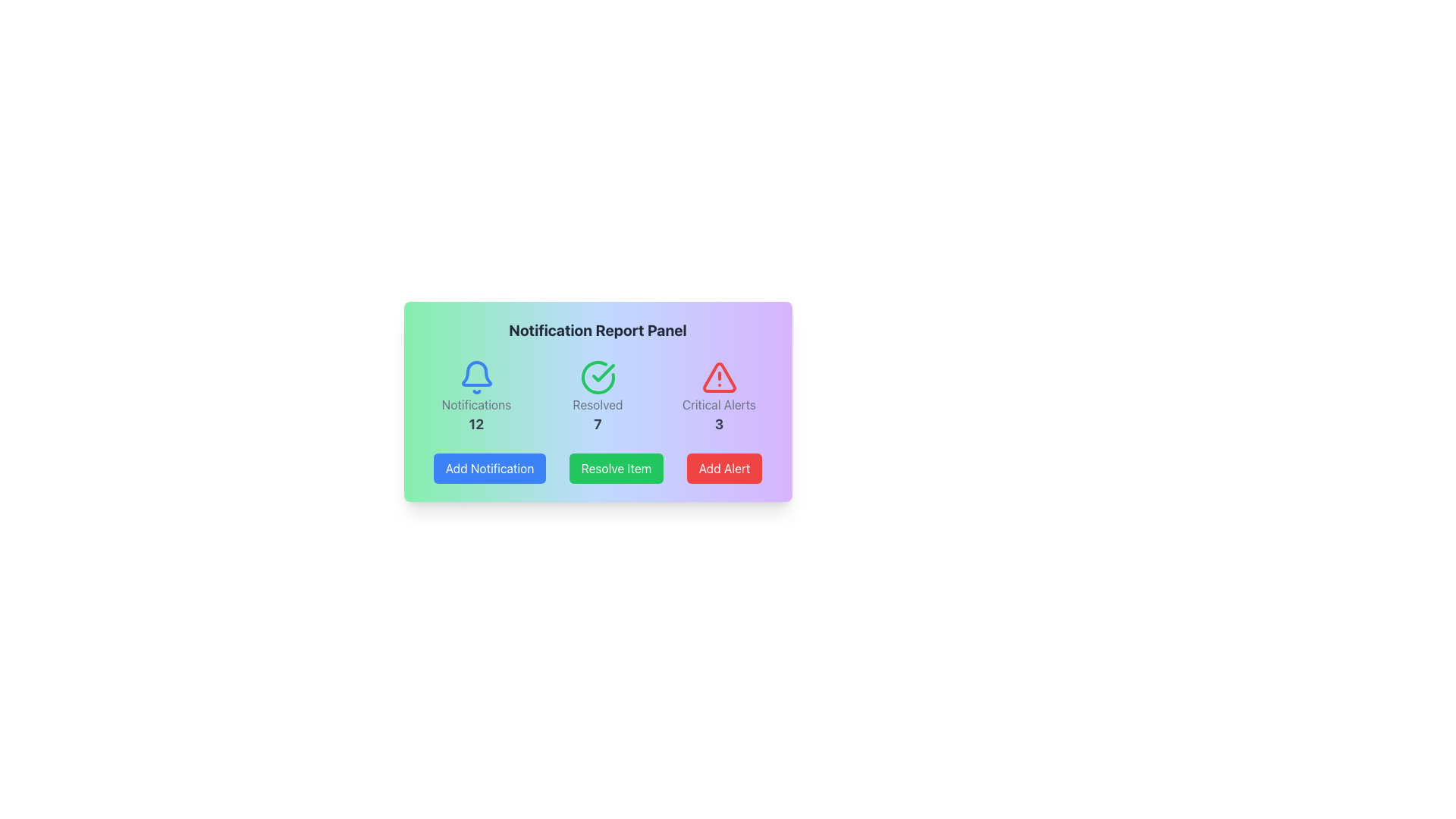 The height and width of the screenshot is (819, 1456). I want to click on the green circular icon with a check mark located in the 'Resolved' section of the Notification Report Panel UI, which is center-aligned above the text 'Resolved', so click(597, 376).